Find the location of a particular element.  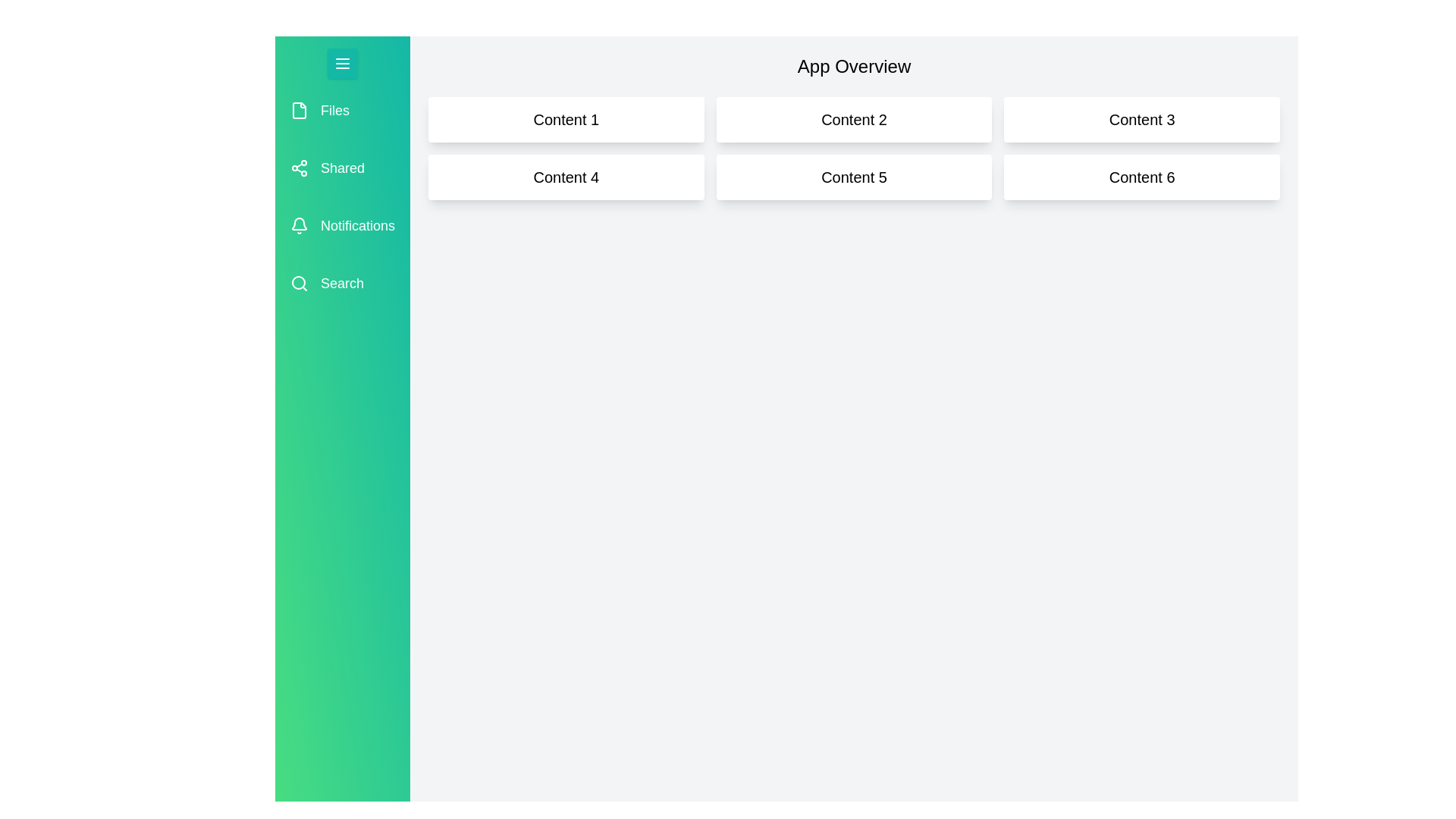

the navigation item Search from the drawer is located at coordinates (341, 284).